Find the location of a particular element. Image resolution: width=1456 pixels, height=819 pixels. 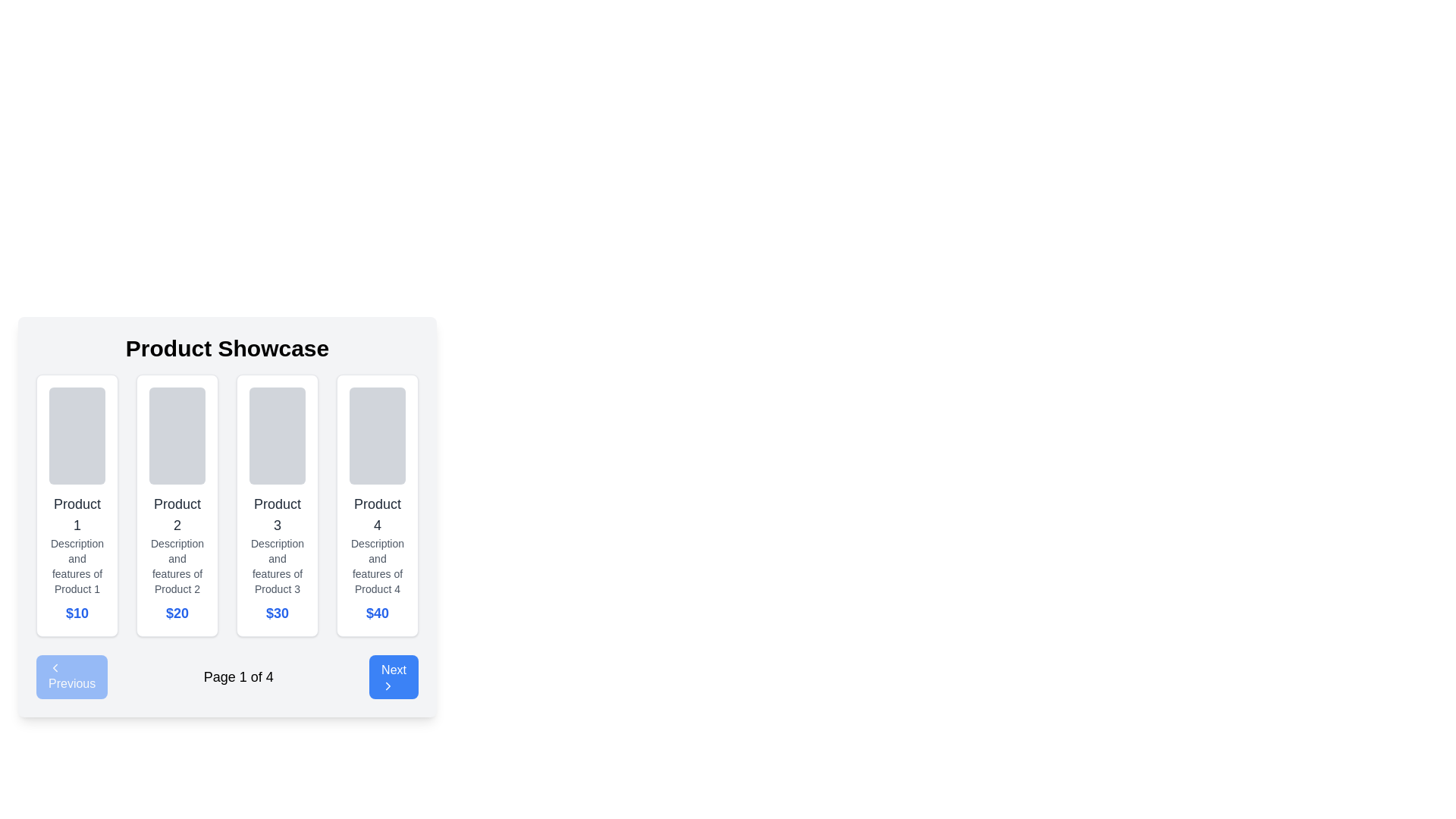

the text element displaying 'Description and features of Product 3', which is located below the 'Product 3' title in the product card is located at coordinates (277, 566).